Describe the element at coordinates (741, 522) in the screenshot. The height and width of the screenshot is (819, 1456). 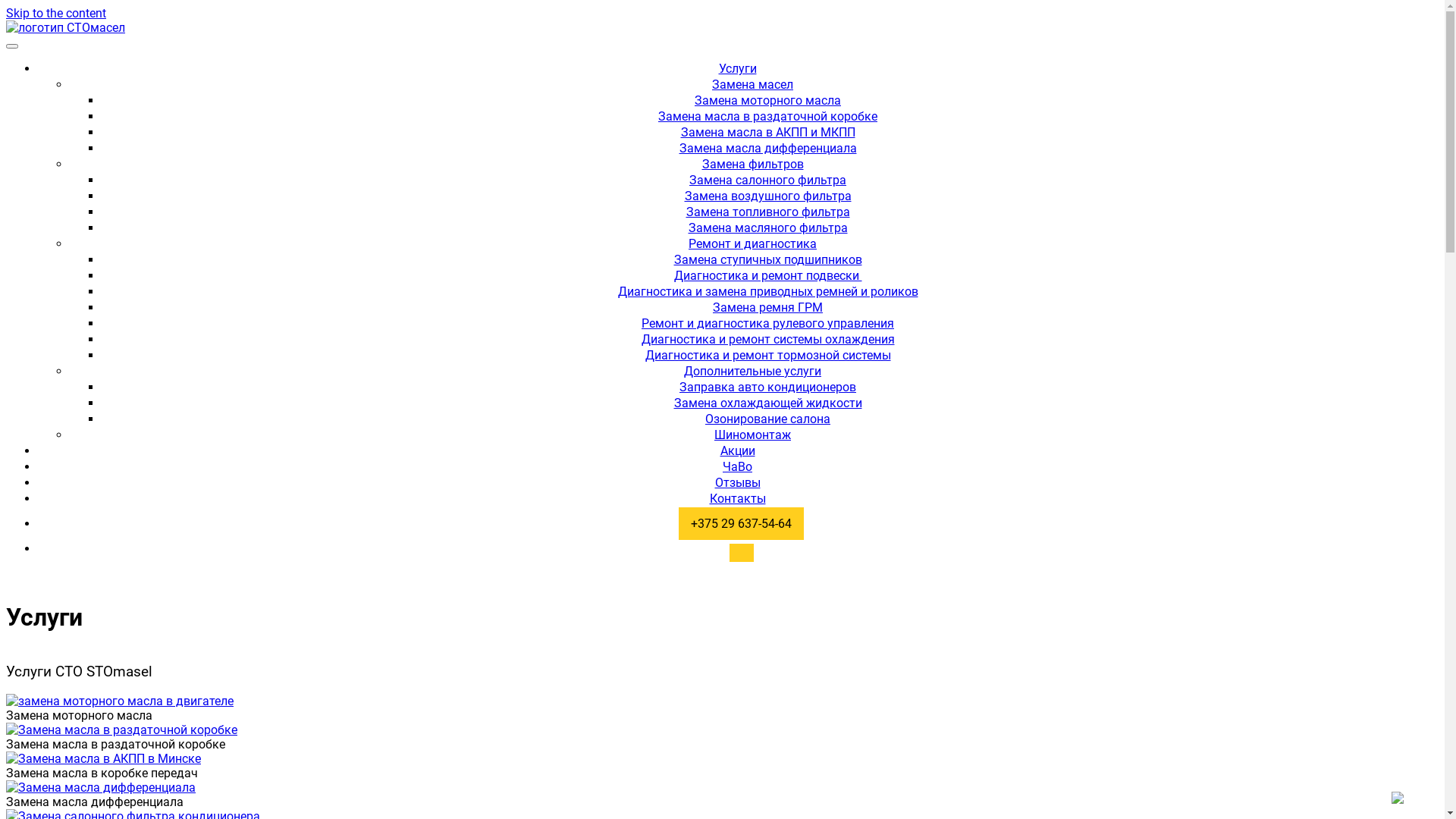
I see `'+375 29 637-54-64'` at that location.